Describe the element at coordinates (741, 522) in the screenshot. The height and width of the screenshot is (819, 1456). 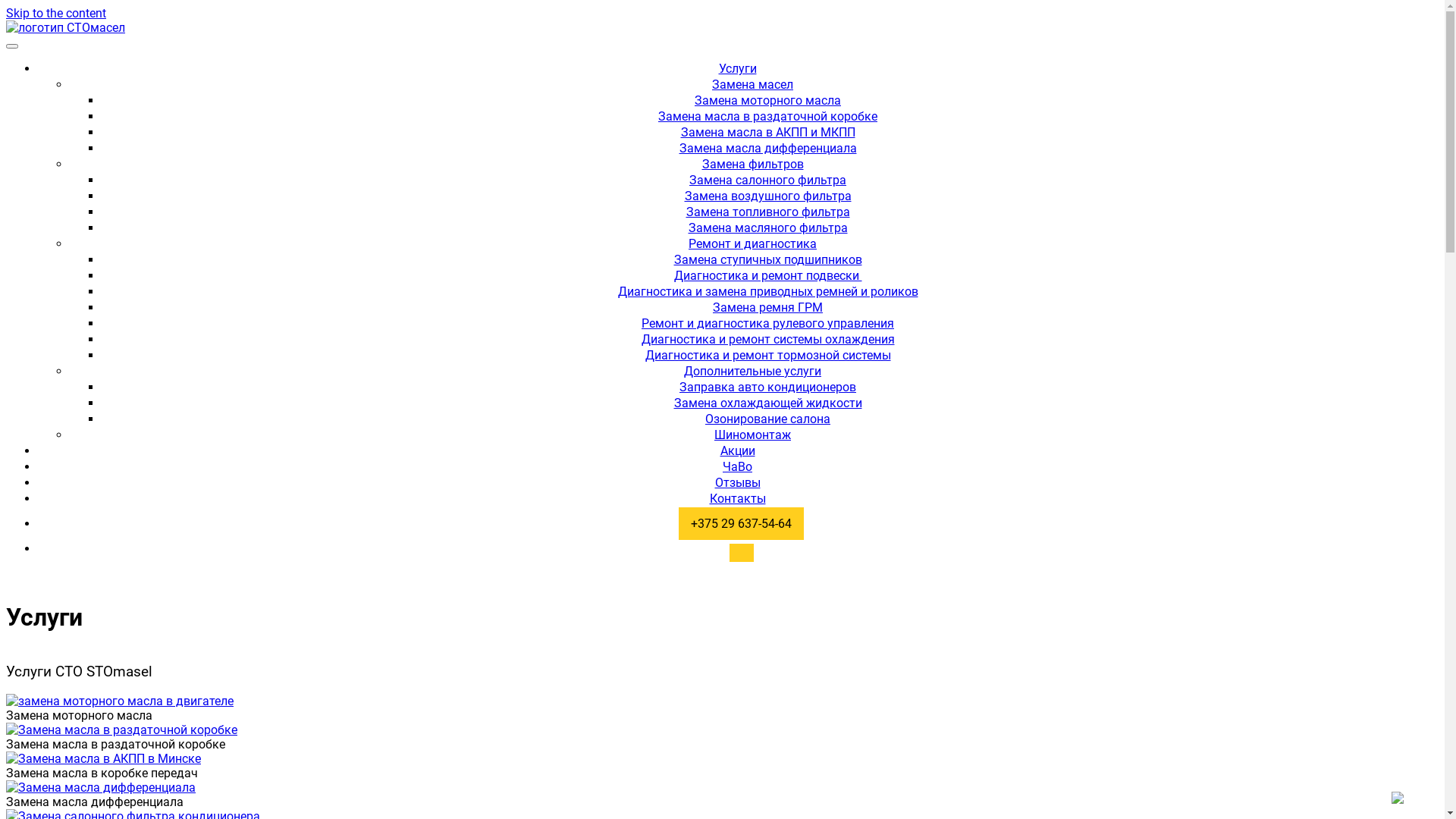
I see `'+375 29 637-54-64'` at that location.